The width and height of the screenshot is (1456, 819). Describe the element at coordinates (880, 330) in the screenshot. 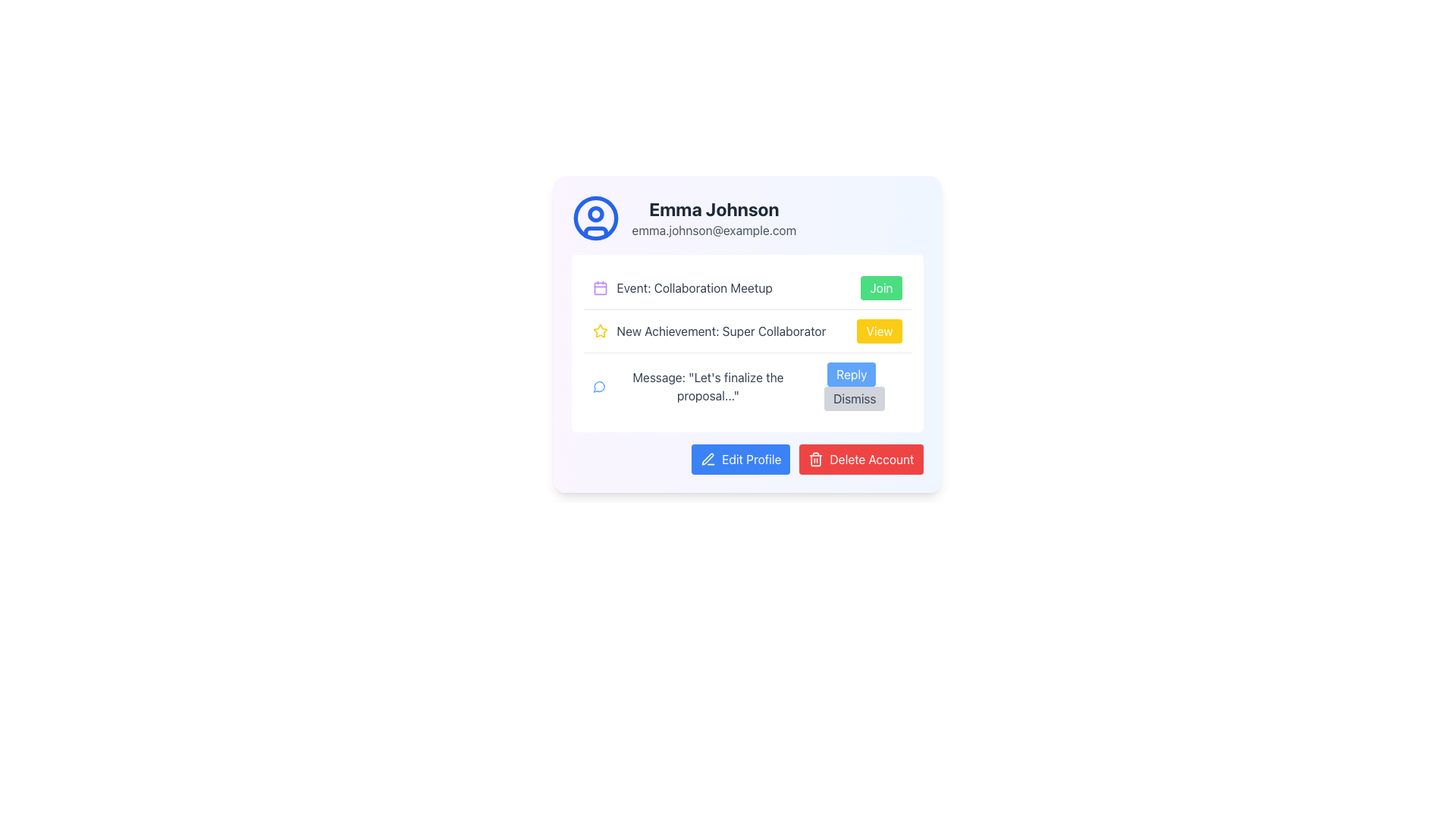

I see `the 'View' button, which has a yellow background and white text, located to the far right of the list item displaying 'New Achievement: Super Collaborator'` at that location.